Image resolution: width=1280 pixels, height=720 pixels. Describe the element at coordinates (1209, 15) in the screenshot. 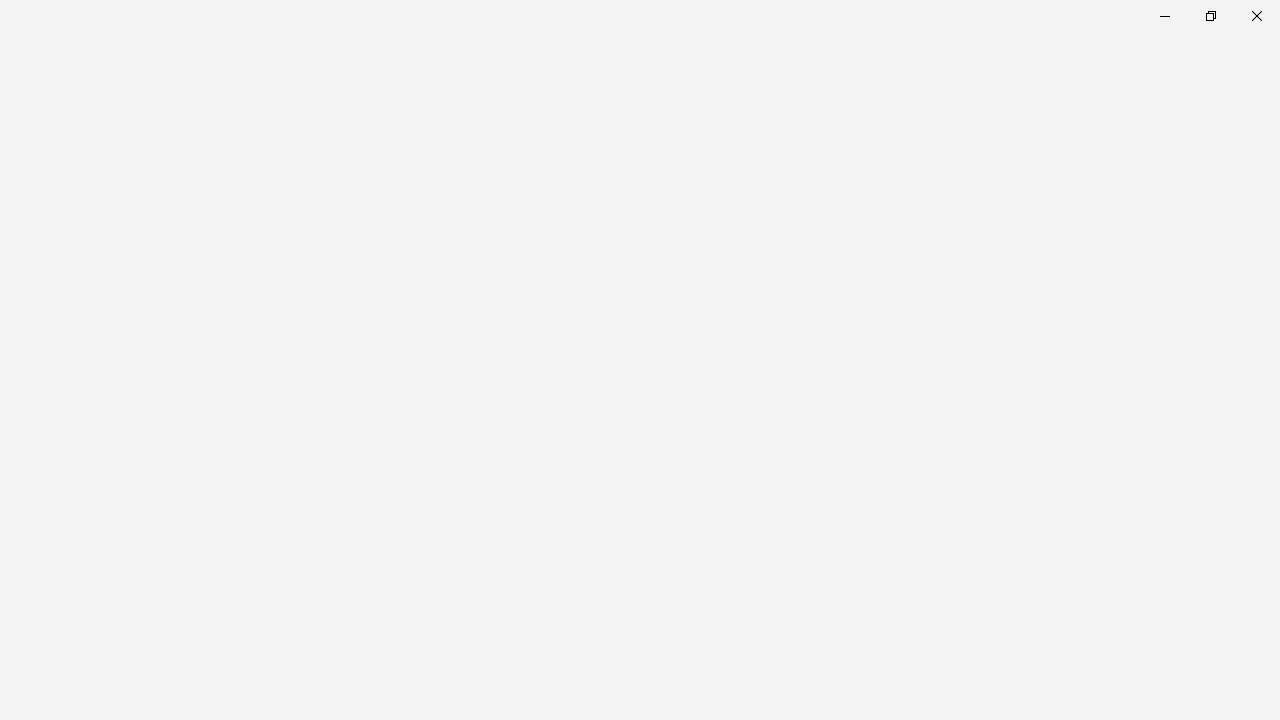

I see `'Restore Calculator'` at that location.